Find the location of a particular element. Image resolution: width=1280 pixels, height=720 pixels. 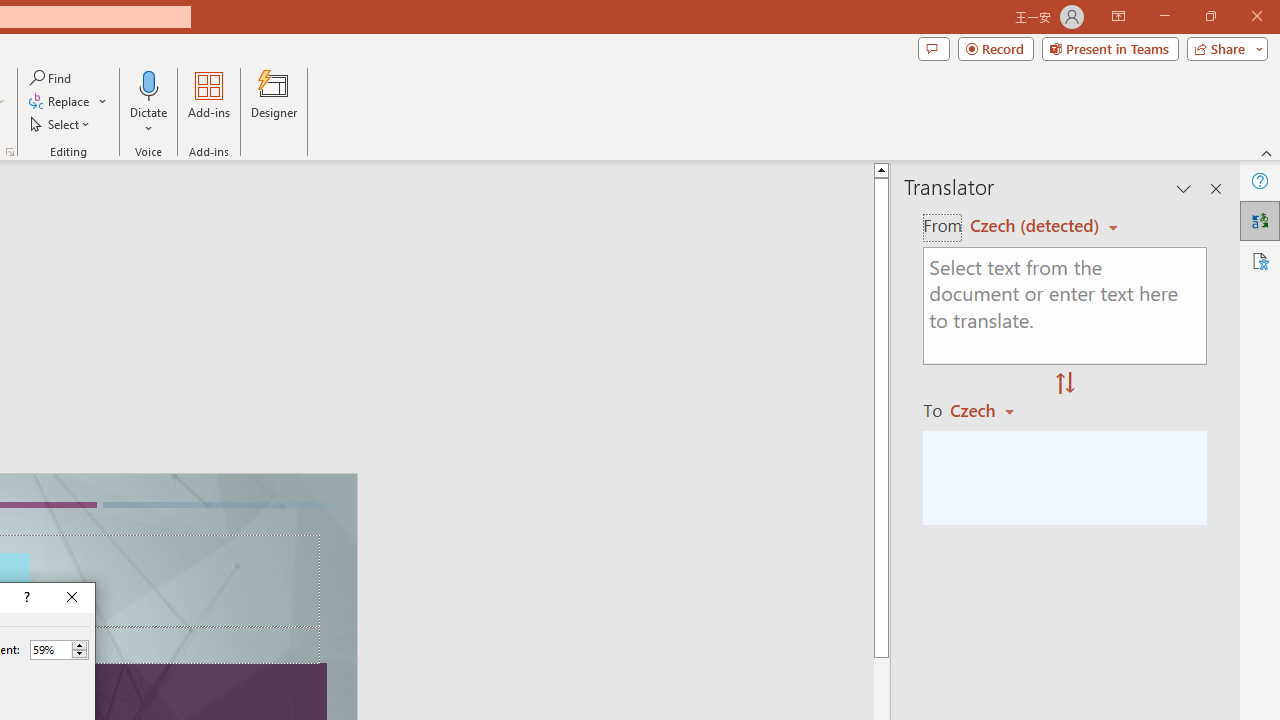

'Percent' is located at coordinates (50, 649).